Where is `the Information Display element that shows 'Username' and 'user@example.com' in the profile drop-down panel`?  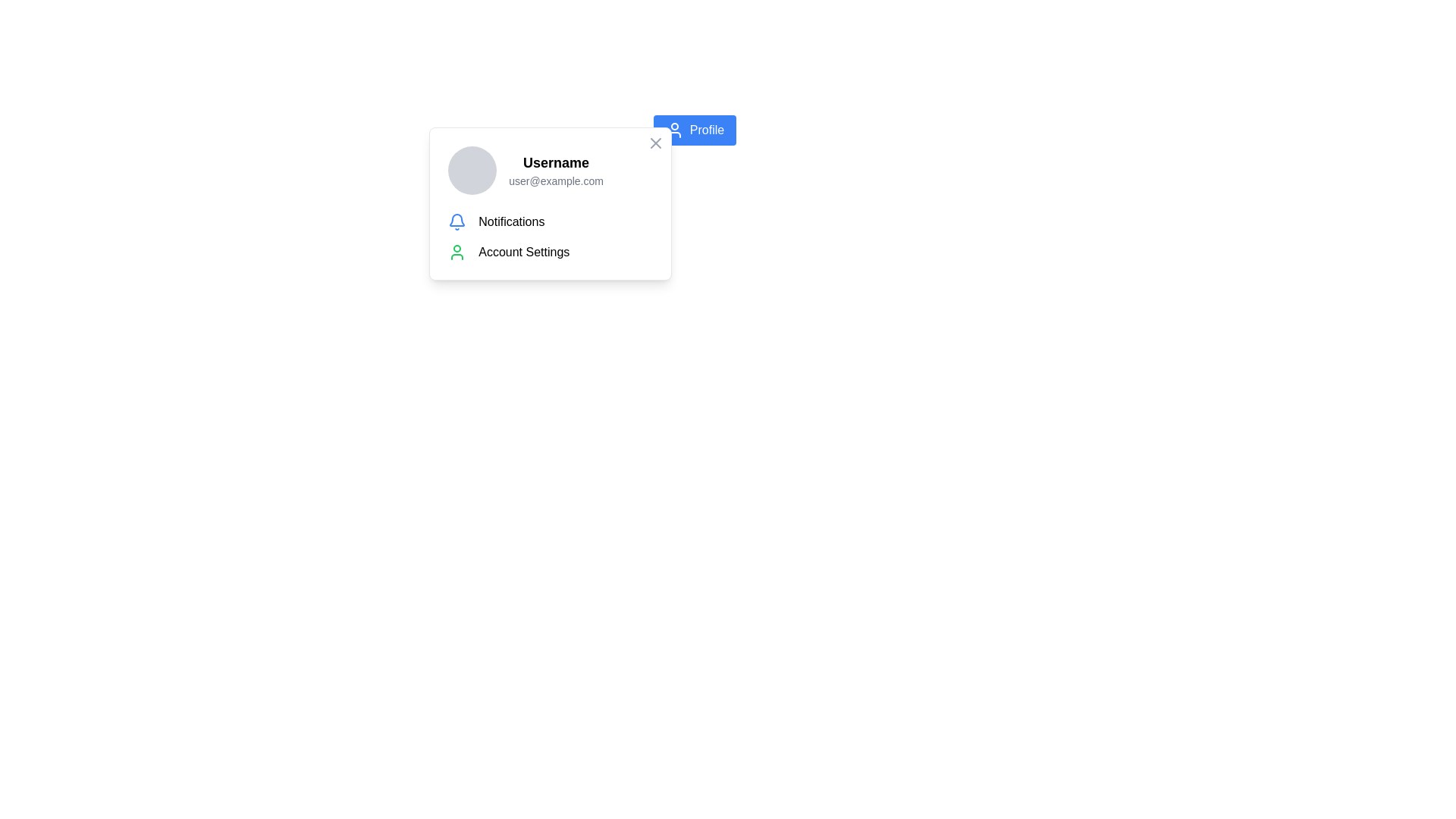
the Information Display element that shows 'Username' and 'user@example.com' in the profile drop-down panel is located at coordinates (555, 170).